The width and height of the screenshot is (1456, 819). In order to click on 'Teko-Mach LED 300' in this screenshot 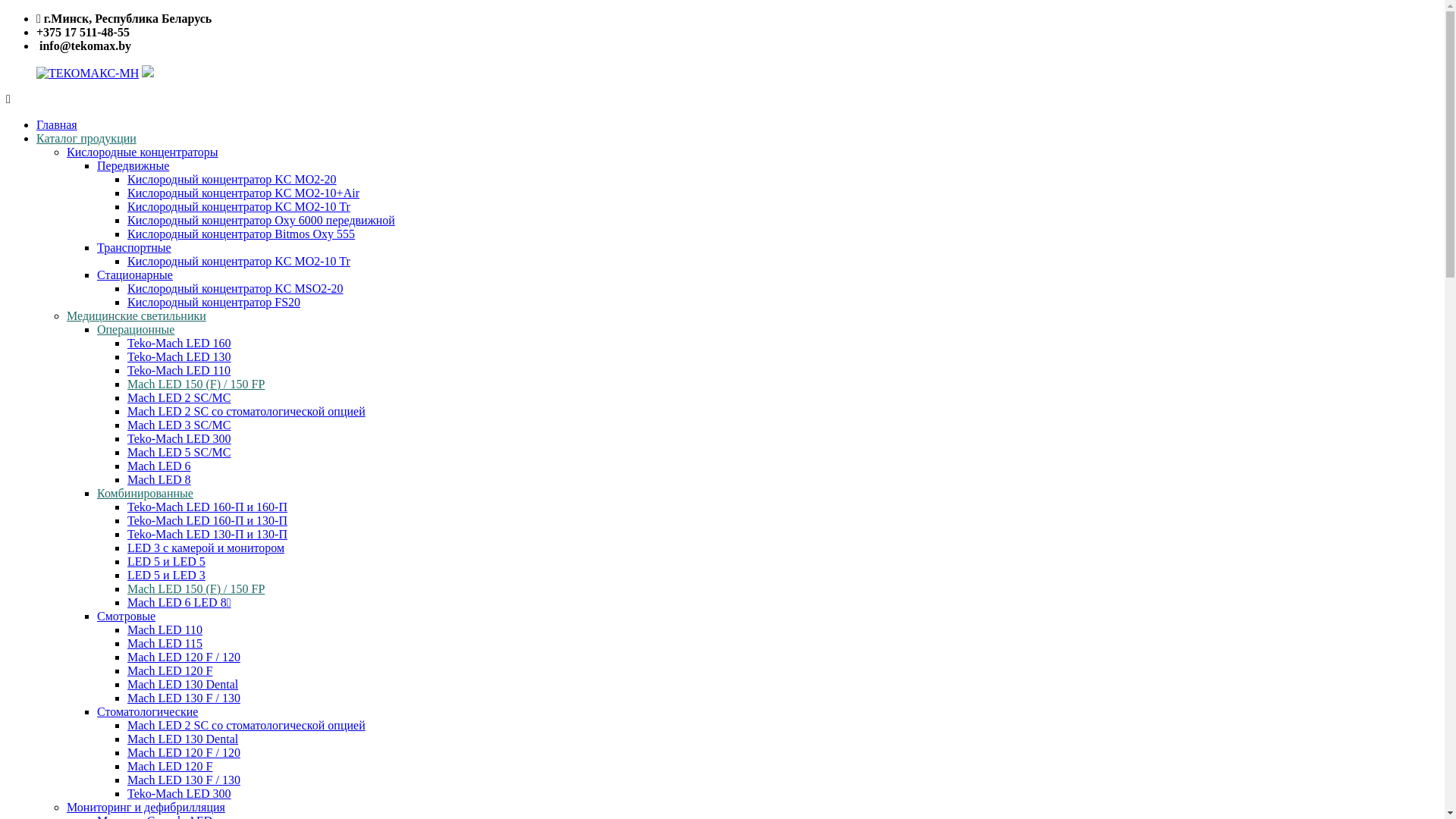, I will do `click(179, 438)`.